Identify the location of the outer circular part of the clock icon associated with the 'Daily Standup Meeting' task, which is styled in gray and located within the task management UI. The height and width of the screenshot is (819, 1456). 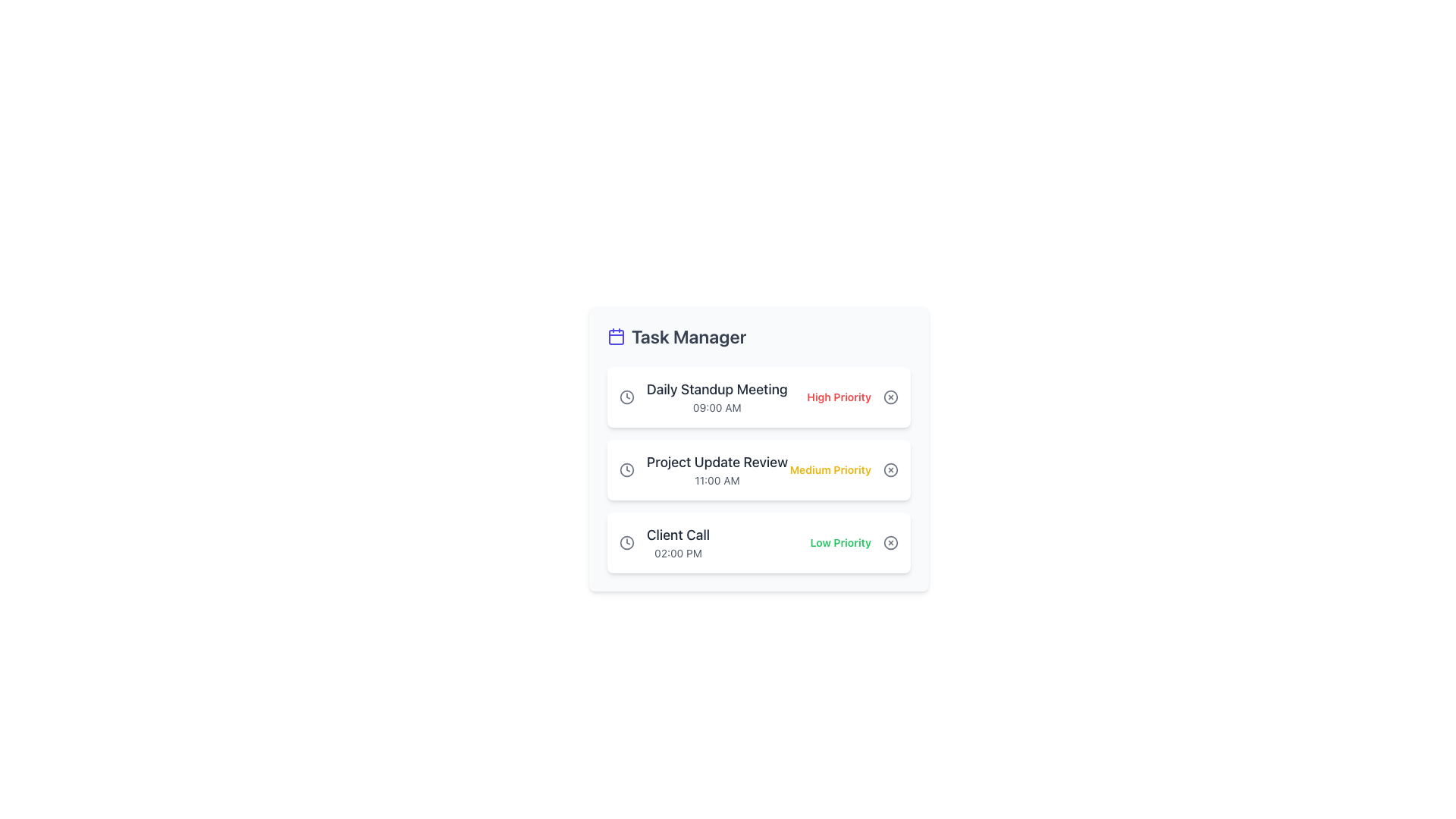
(626, 397).